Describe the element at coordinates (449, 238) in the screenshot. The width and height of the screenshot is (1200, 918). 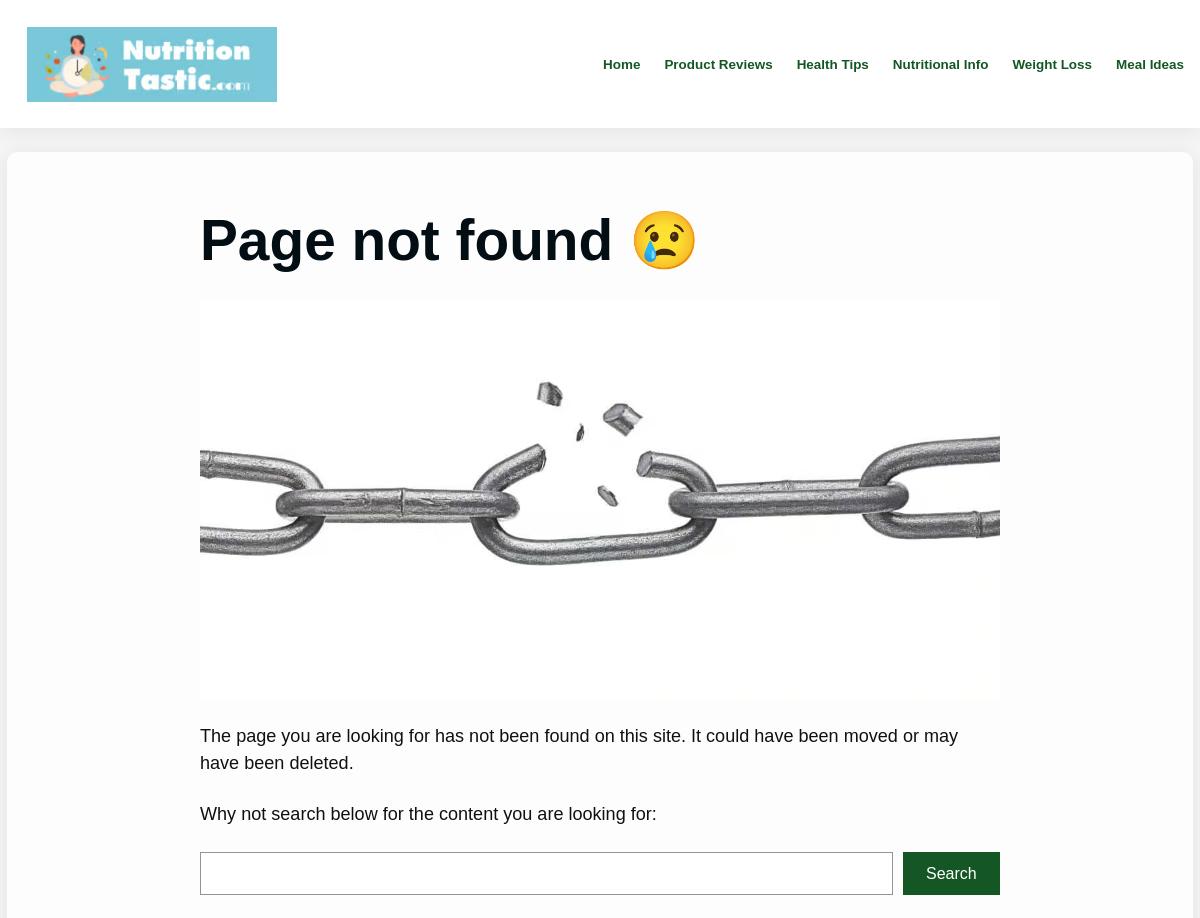
I see `'Page not found 😢'` at that location.